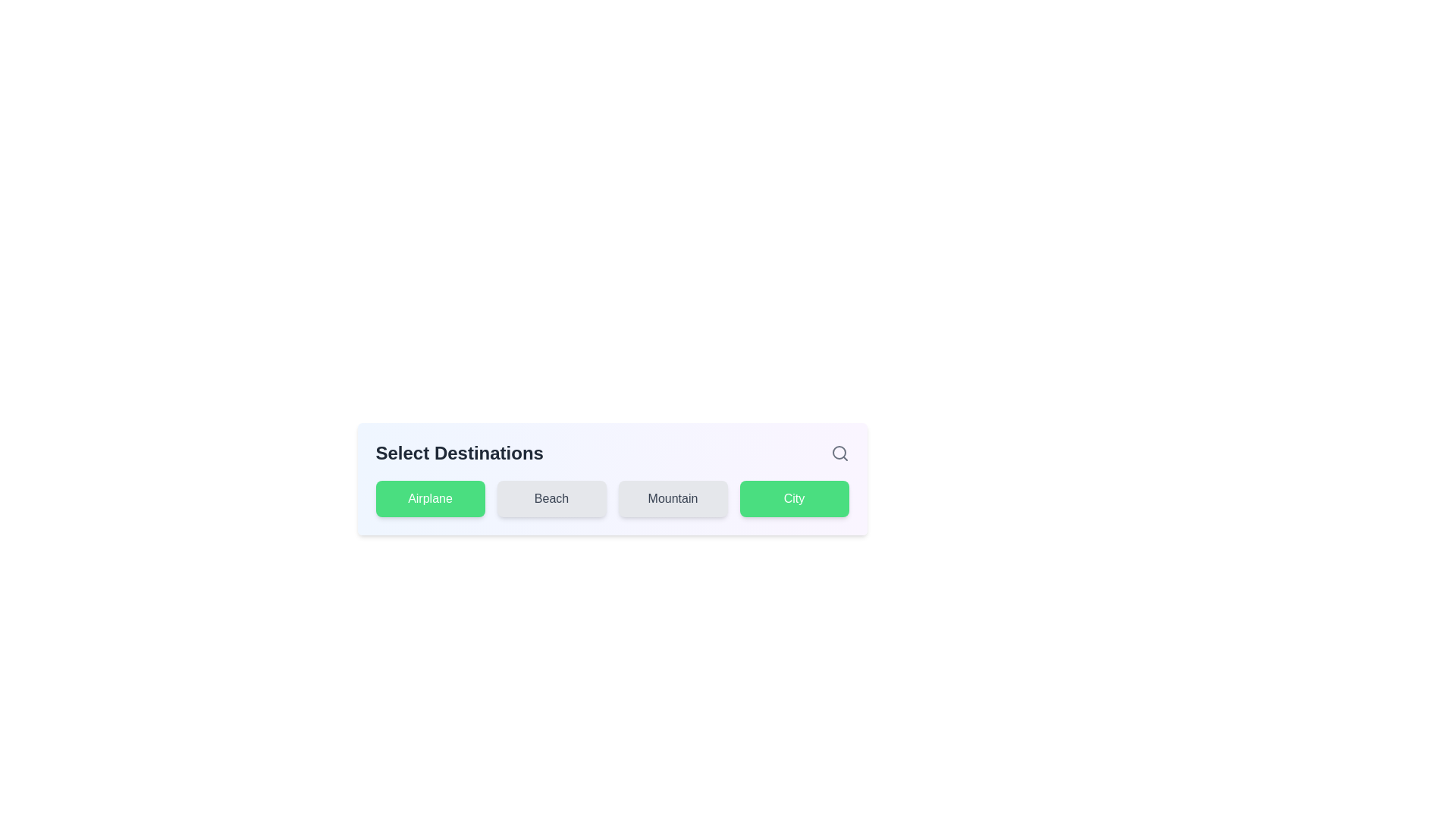  I want to click on the item Airplane, so click(429, 499).